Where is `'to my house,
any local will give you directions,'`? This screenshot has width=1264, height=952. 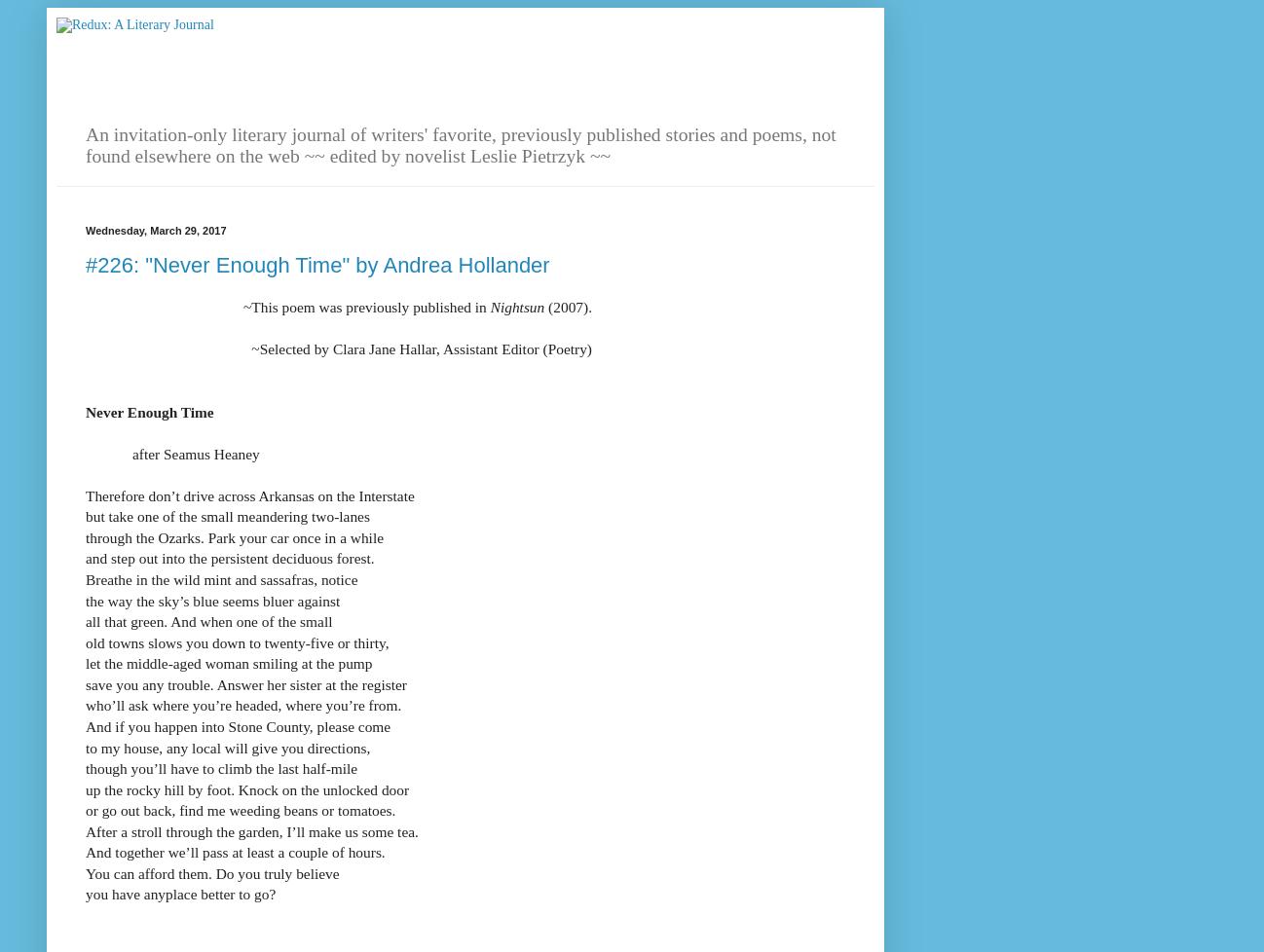 'to my house,
any local will give you directions,' is located at coordinates (228, 746).